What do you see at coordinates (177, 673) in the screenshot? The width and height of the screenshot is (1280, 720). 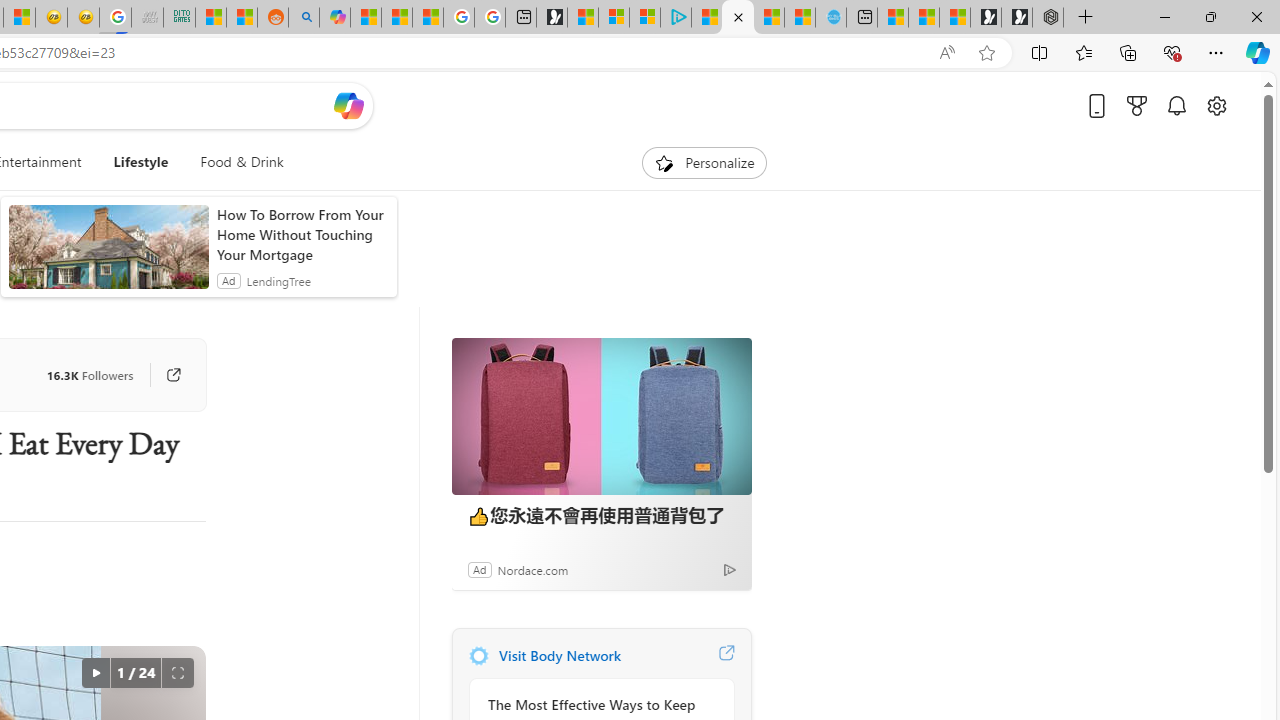 I see `'Full screen'` at bounding box center [177, 673].